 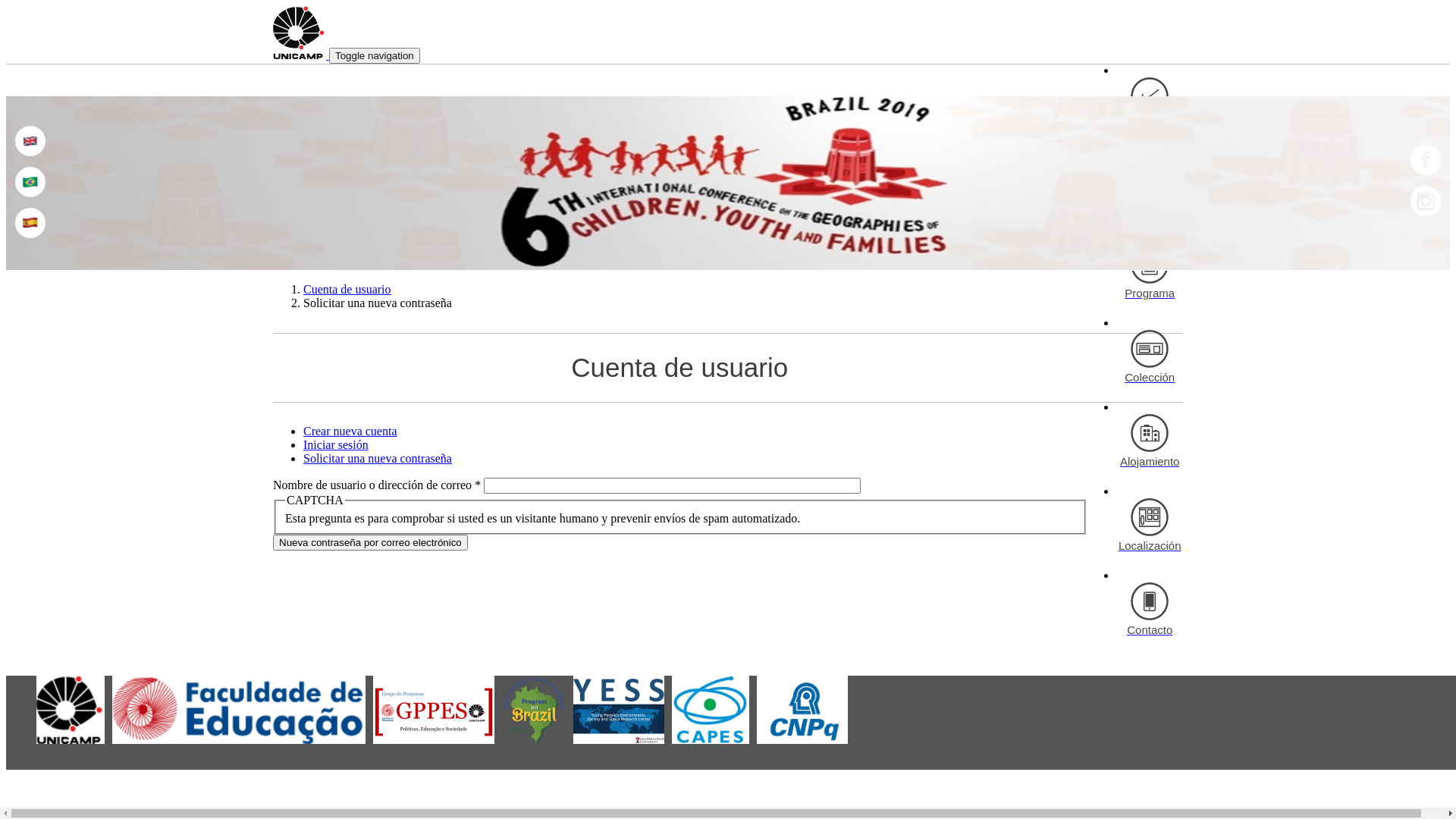 What do you see at coordinates (1150, 610) in the screenshot?
I see `'Contacto'` at bounding box center [1150, 610].